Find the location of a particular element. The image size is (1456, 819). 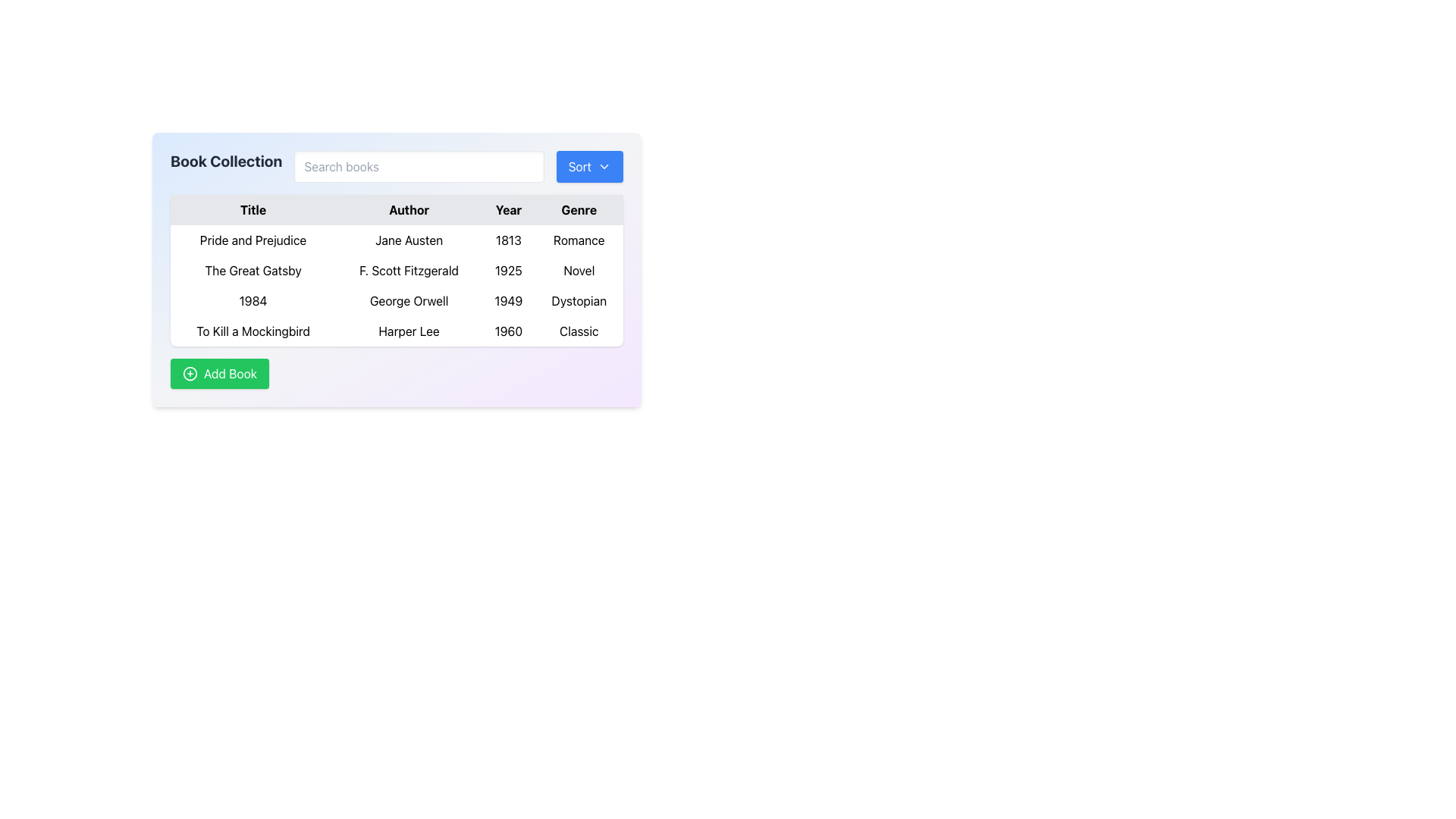

the text label displaying the publication year of 'The Great Gatsby' in the 'Year' column of the table, which is positioned between the 'Author' and 'Genre' columns is located at coordinates (508, 270).